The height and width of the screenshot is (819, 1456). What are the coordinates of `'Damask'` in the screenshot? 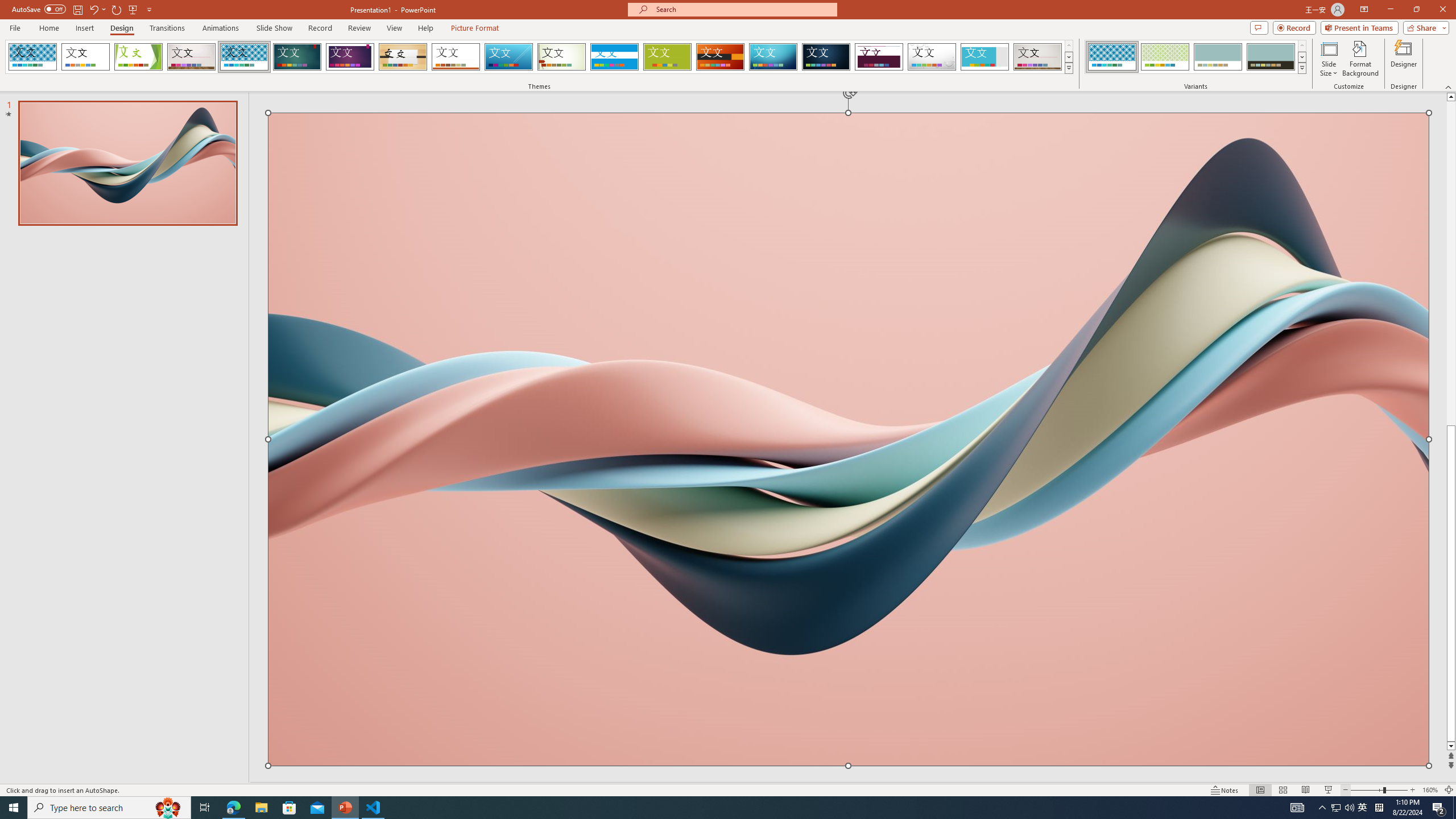 It's located at (825, 56).